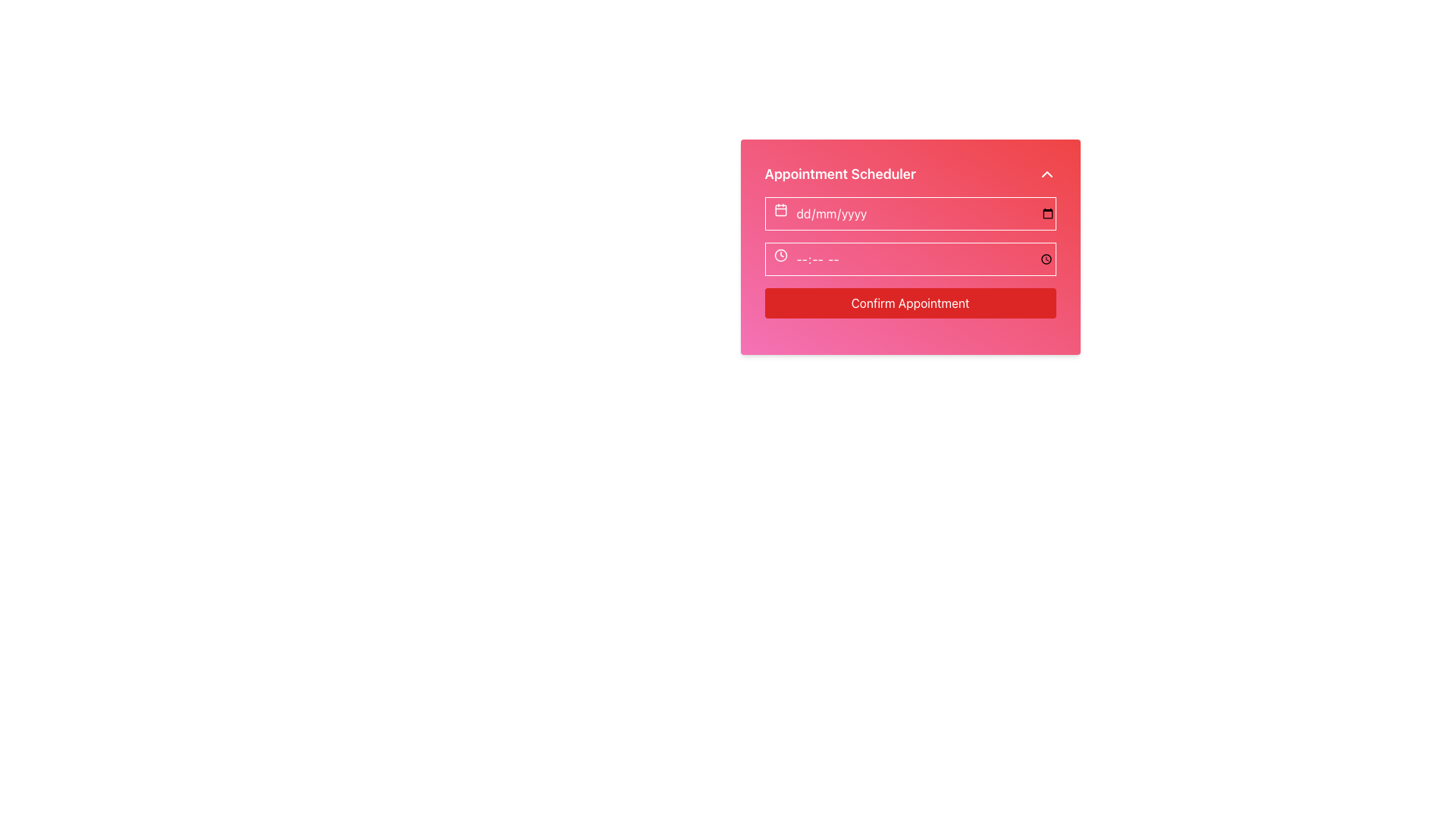  I want to click on the confirmation button in the Appointment Scheduler section, so click(910, 303).